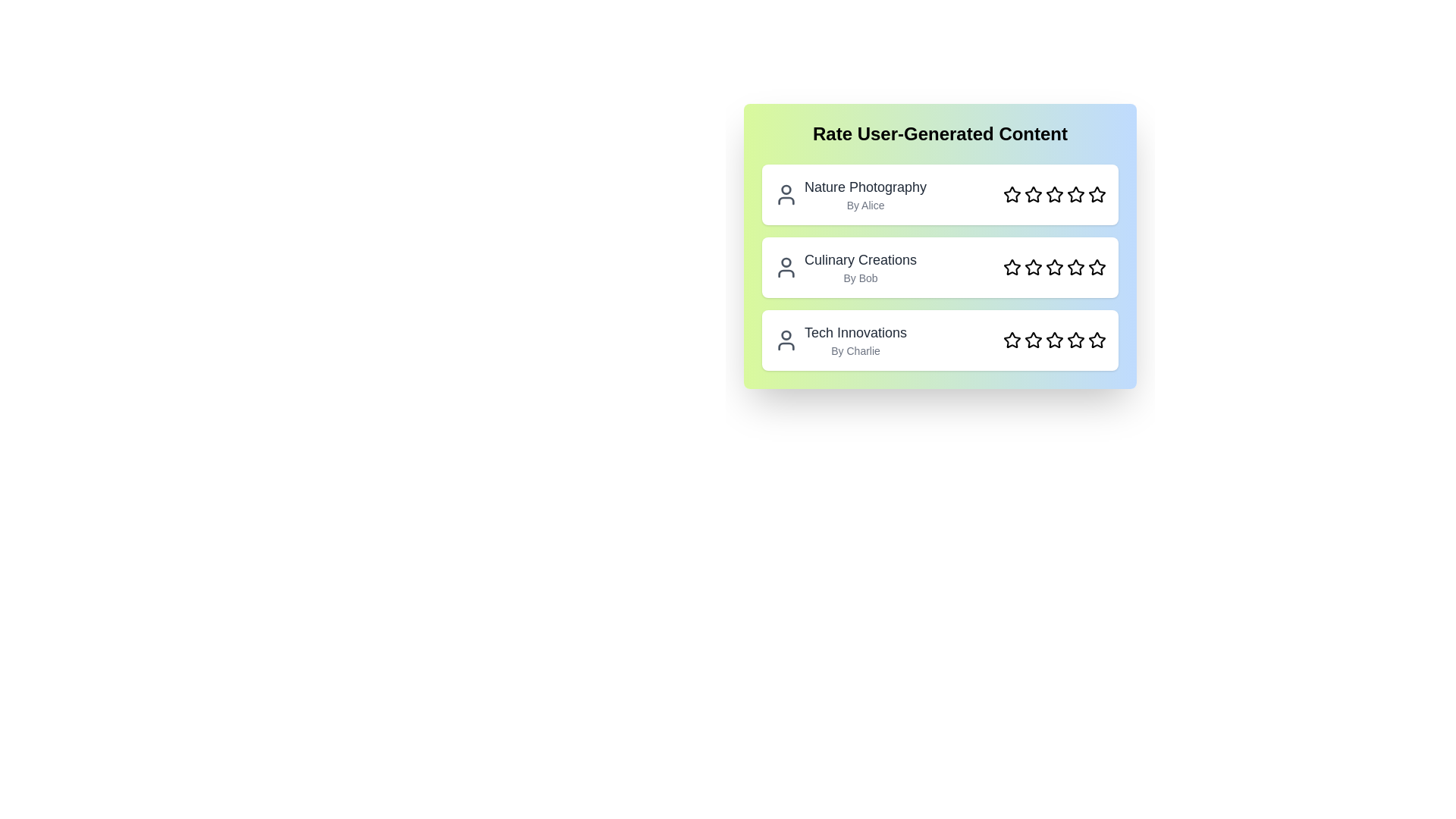 Image resolution: width=1456 pixels, height=819 pixels. Describe the element at coordinates (850, 194) in the screenshot. I see `the content entry to view its title and author information` at that location.